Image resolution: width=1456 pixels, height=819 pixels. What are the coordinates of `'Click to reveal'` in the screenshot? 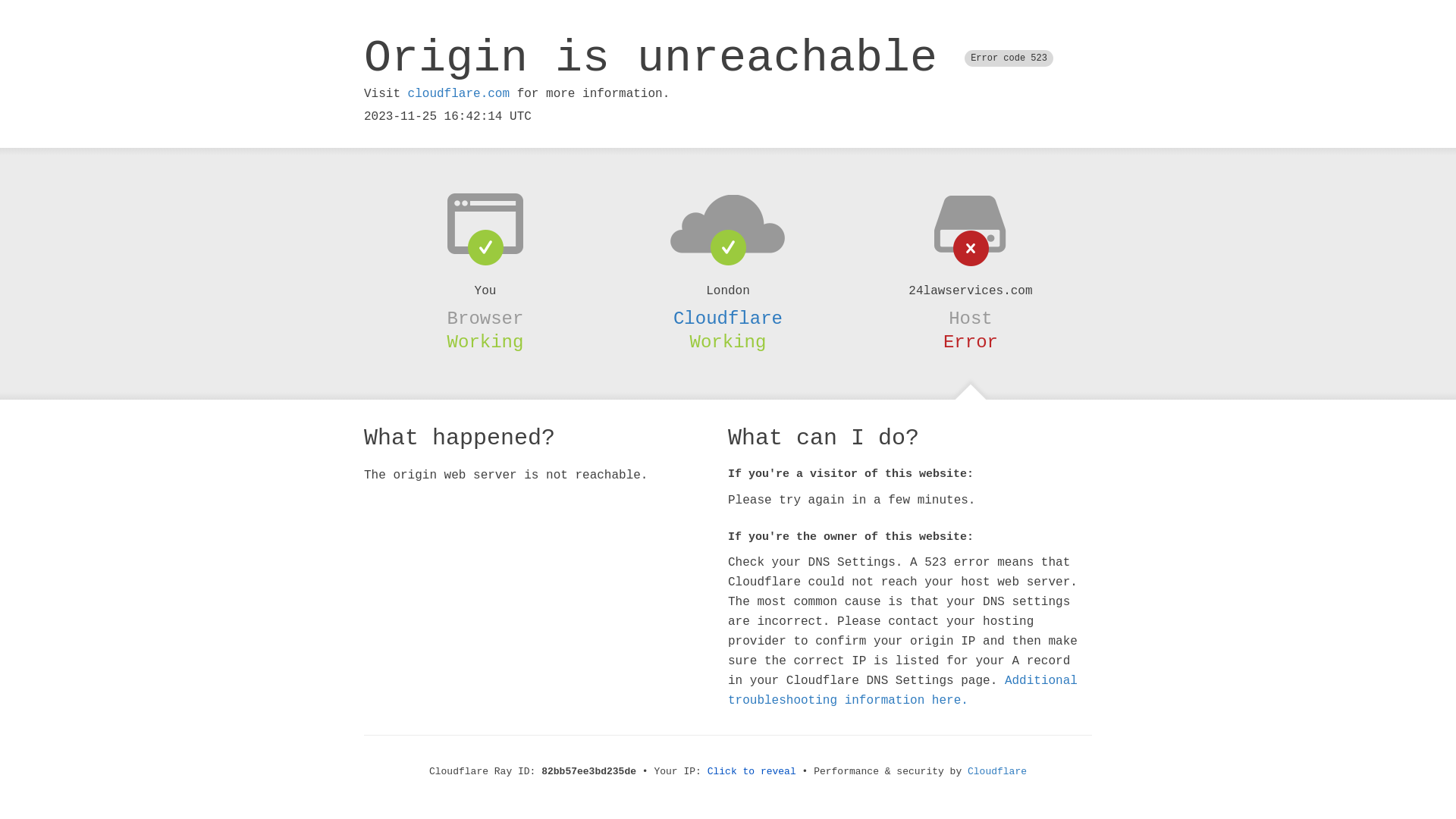 It's located at (706, 771).